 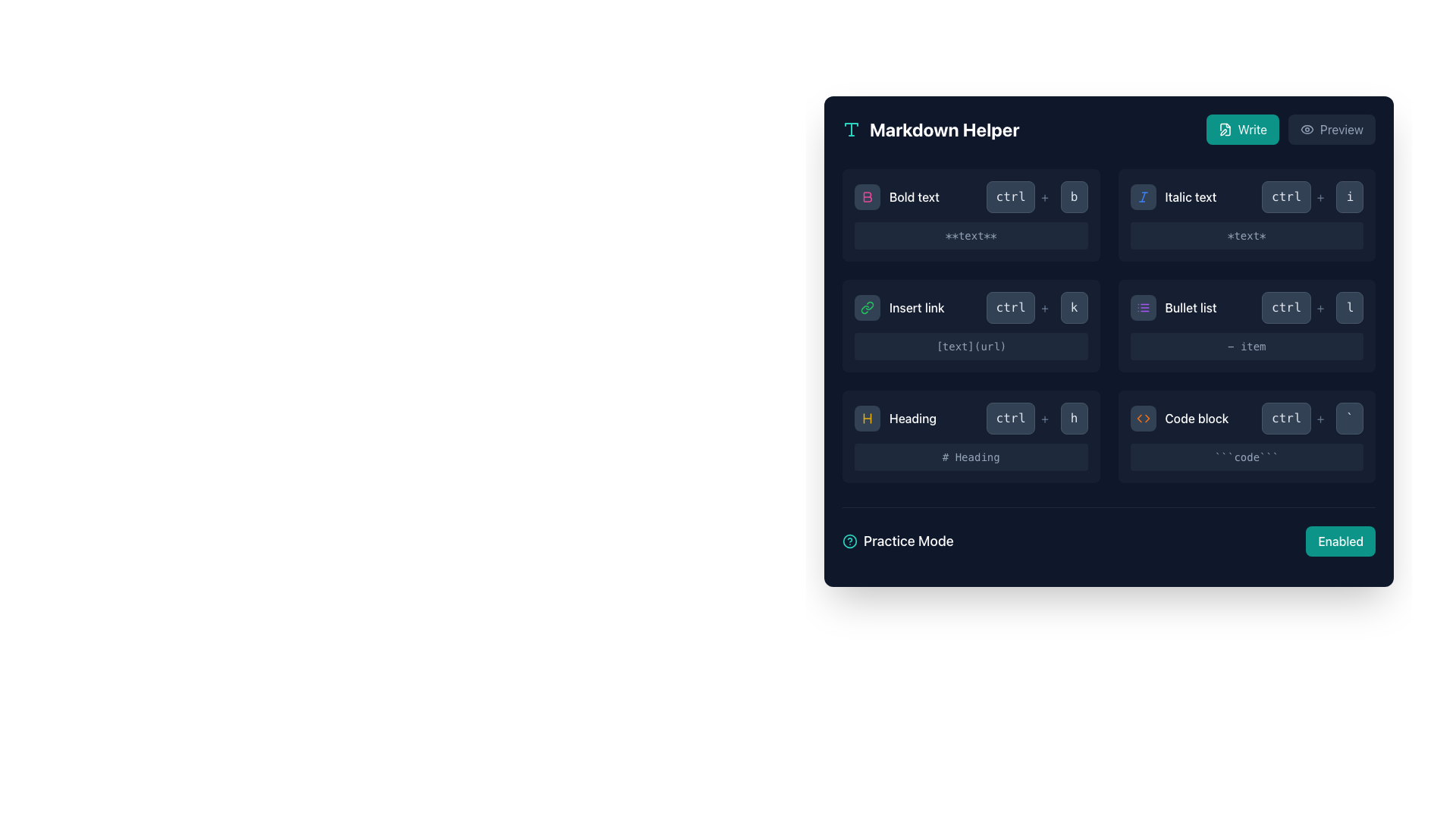 What do you see at coordinates (1306, 128) in the screenshot?
I see `the icon located on the left side of the 'Preview' button` at bounding box center [1306, 128].